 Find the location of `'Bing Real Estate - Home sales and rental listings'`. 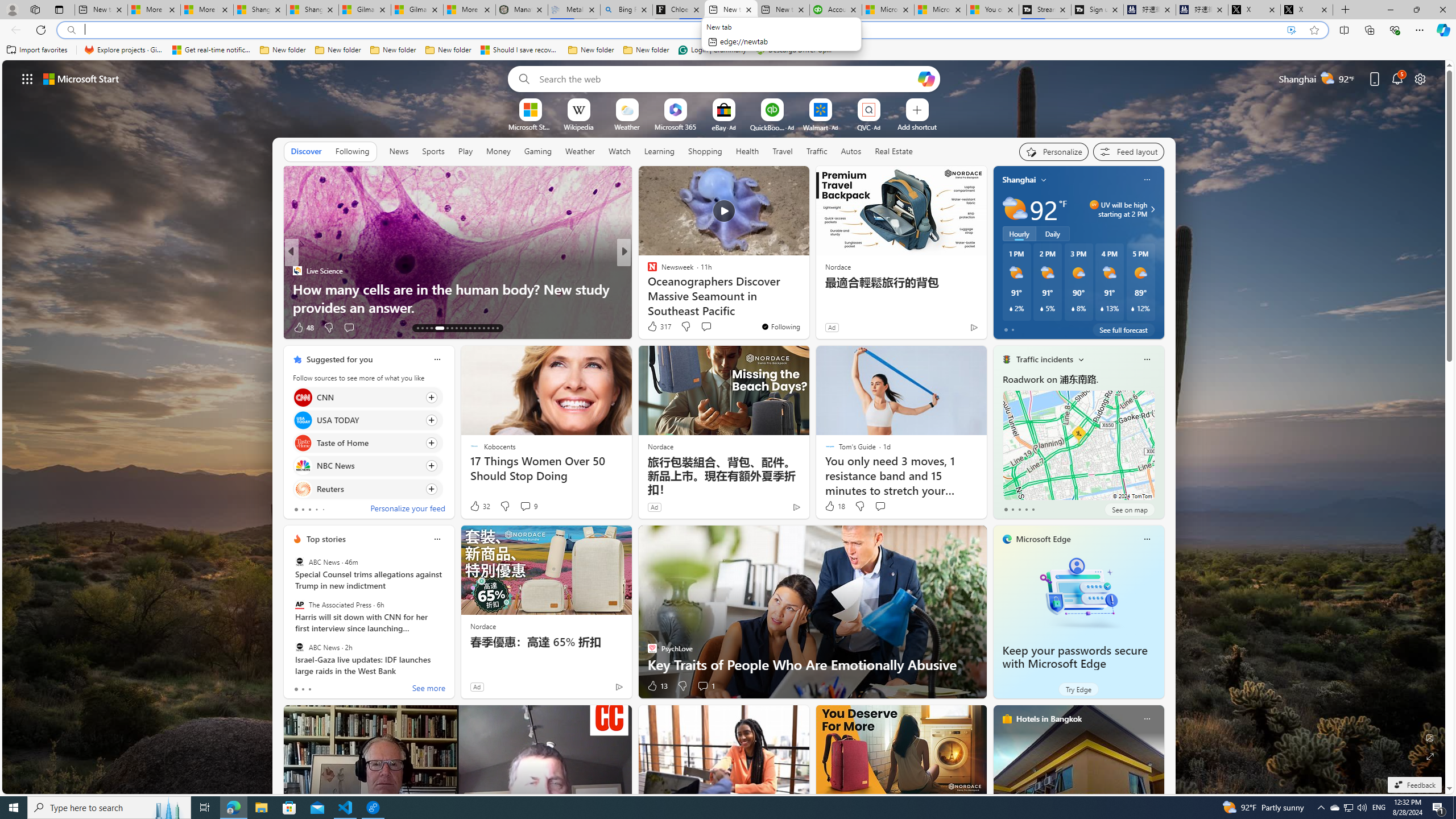

'Bing Real Estate - Home sales and rental listings' is located at coordinates (626, 9).